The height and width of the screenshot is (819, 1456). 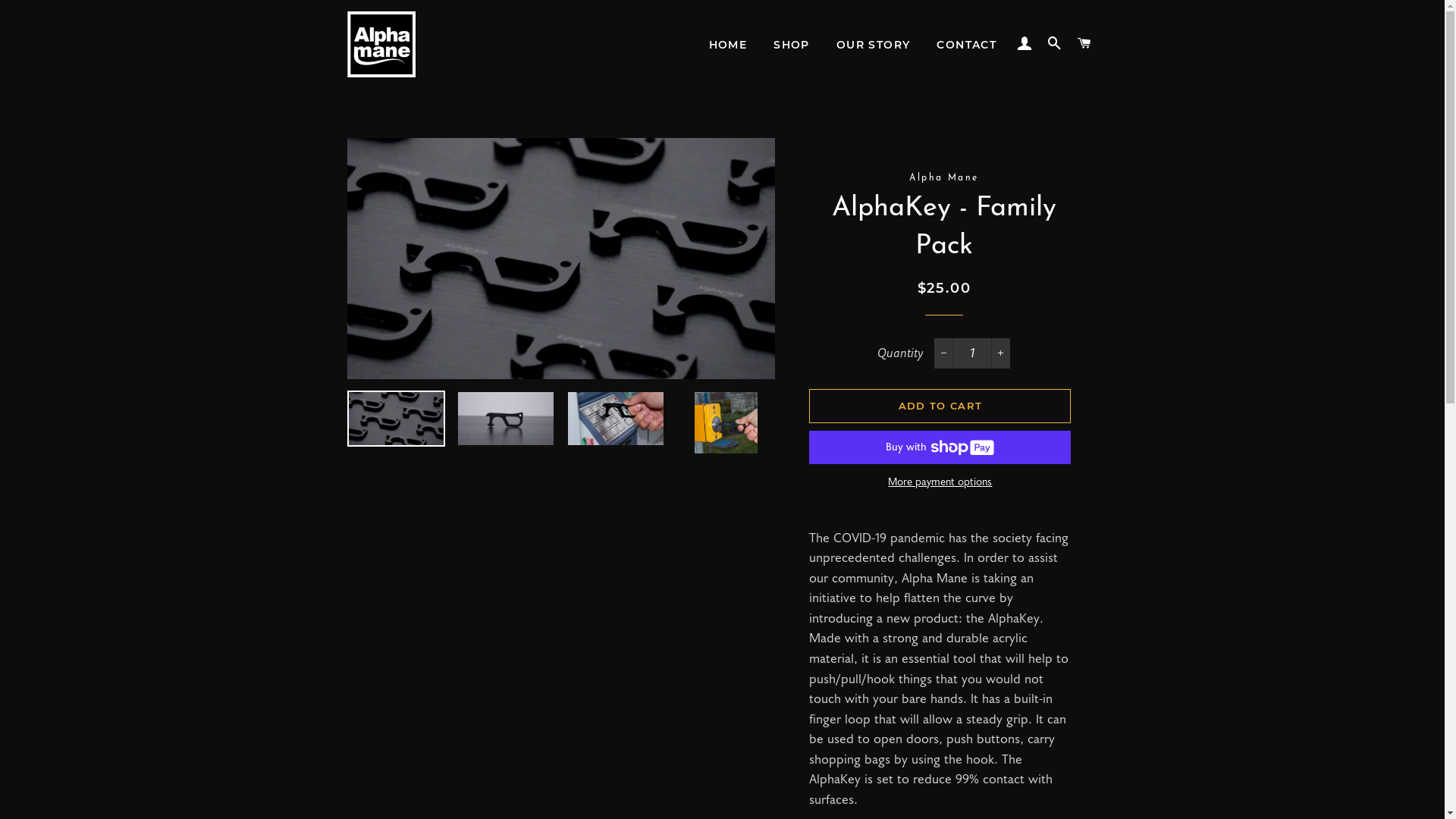 What do you see at coordinates (728, 45) in the screenshot?
I see `'HOME'` at bounding box center [728, 45].